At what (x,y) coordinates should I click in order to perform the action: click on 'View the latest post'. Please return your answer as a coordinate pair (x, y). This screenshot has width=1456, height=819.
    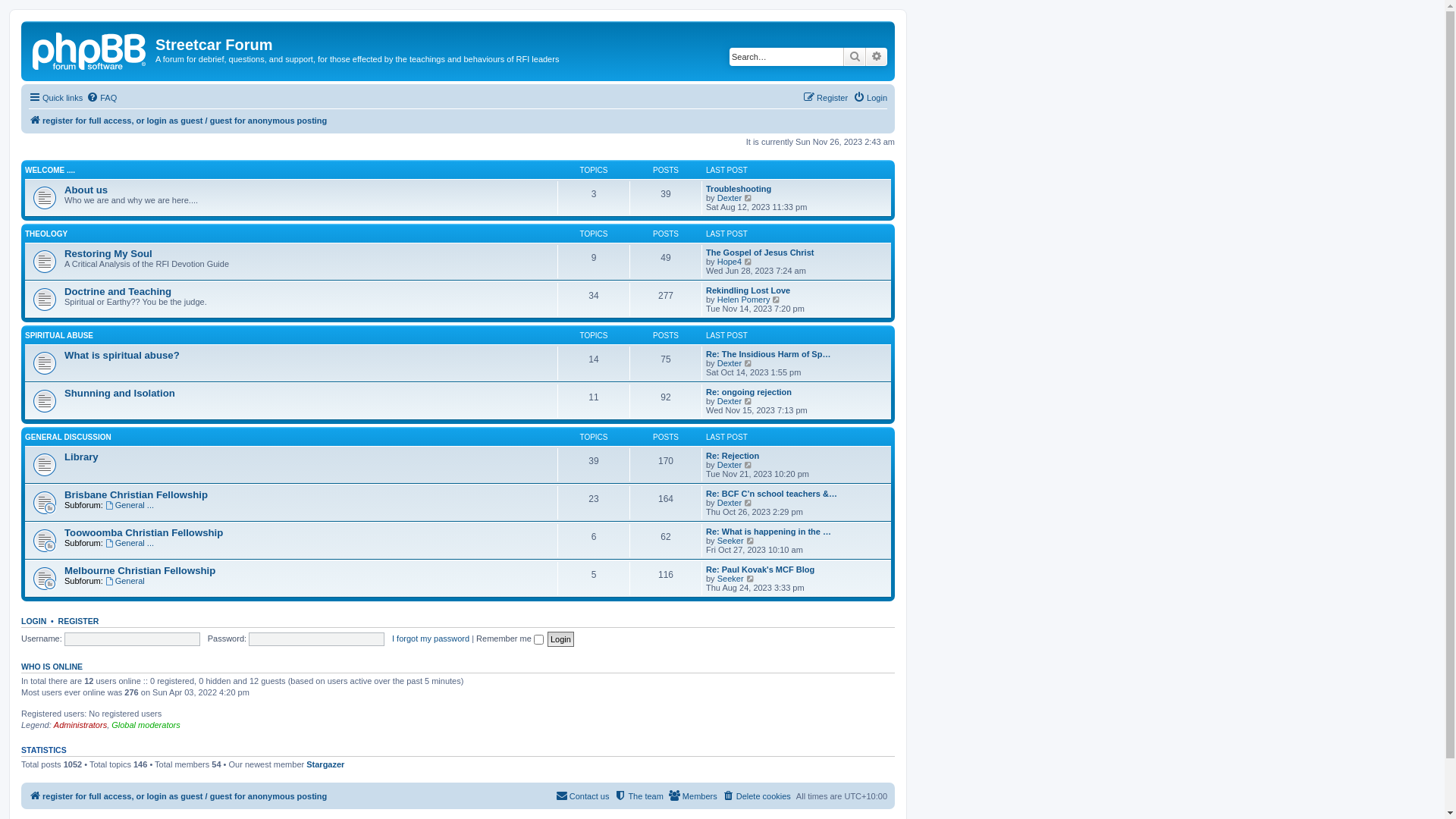
    Looking at the image, I should click on (748, 464).